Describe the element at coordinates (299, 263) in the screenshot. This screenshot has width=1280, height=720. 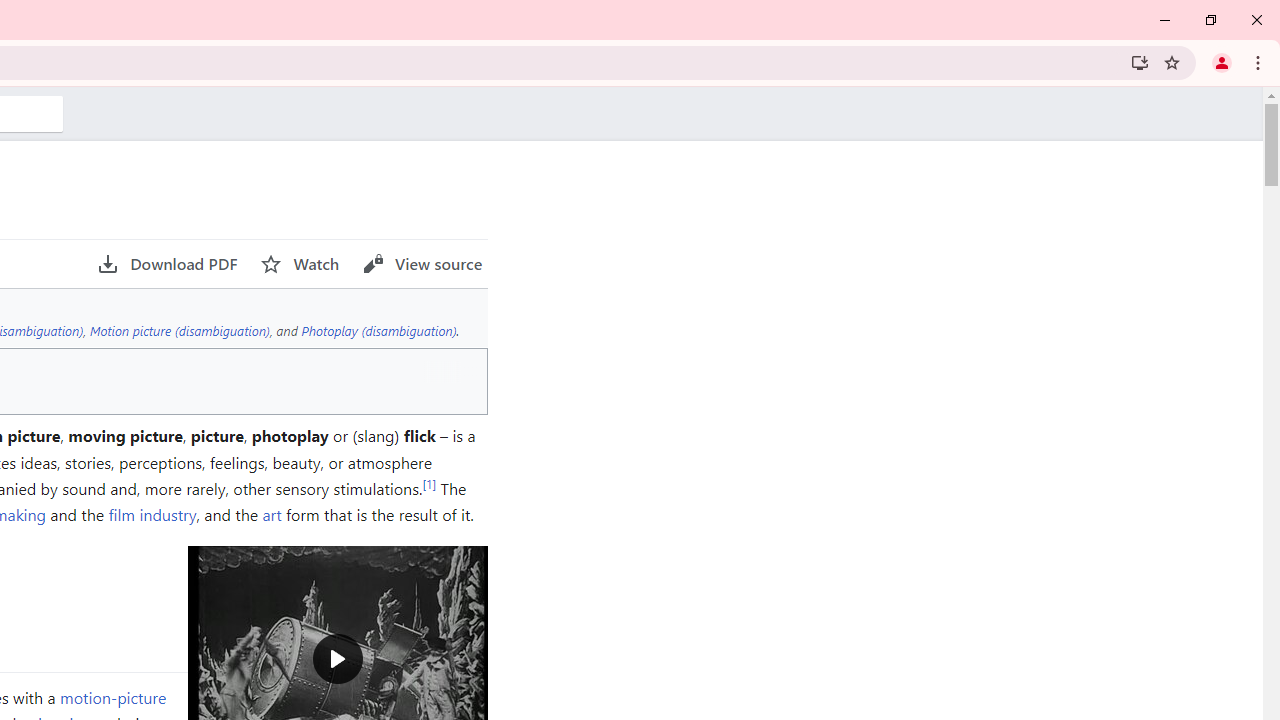
I see `'AutomationID: page-actions-watch'` at that location.